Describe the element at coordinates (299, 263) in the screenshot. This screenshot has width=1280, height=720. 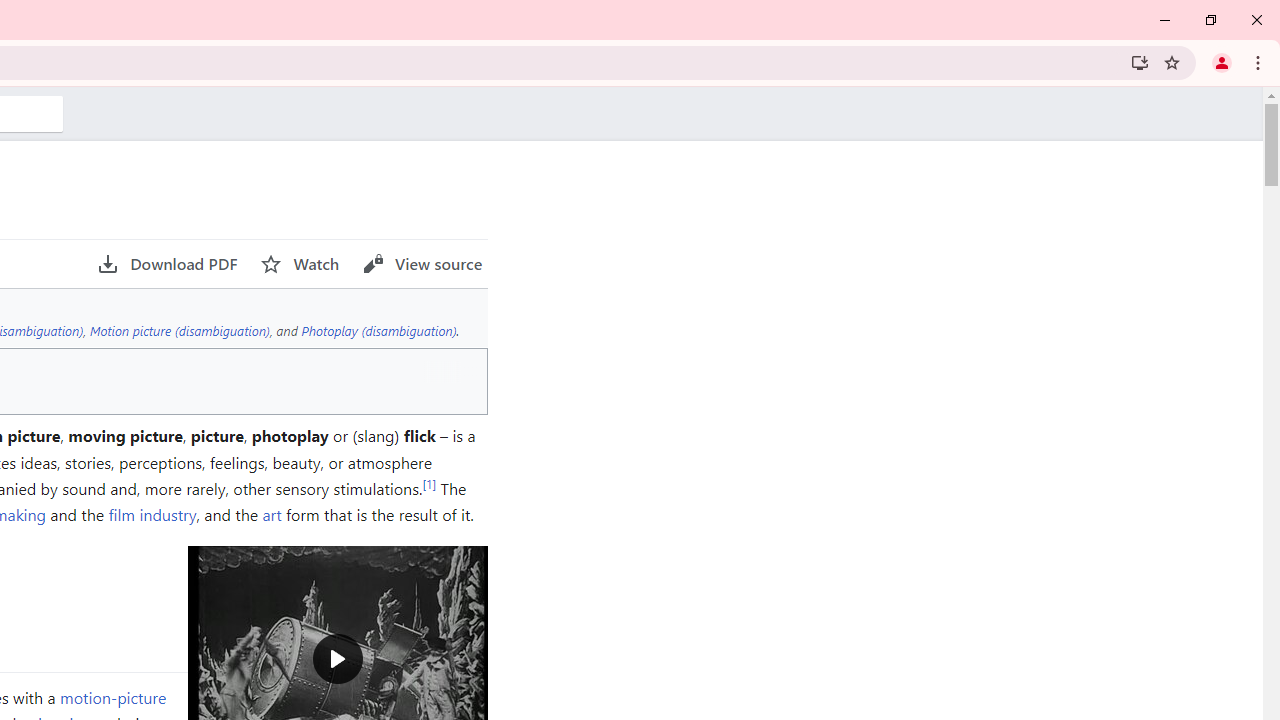
I see `'AutomationID: page-actions-watch'` at that location.